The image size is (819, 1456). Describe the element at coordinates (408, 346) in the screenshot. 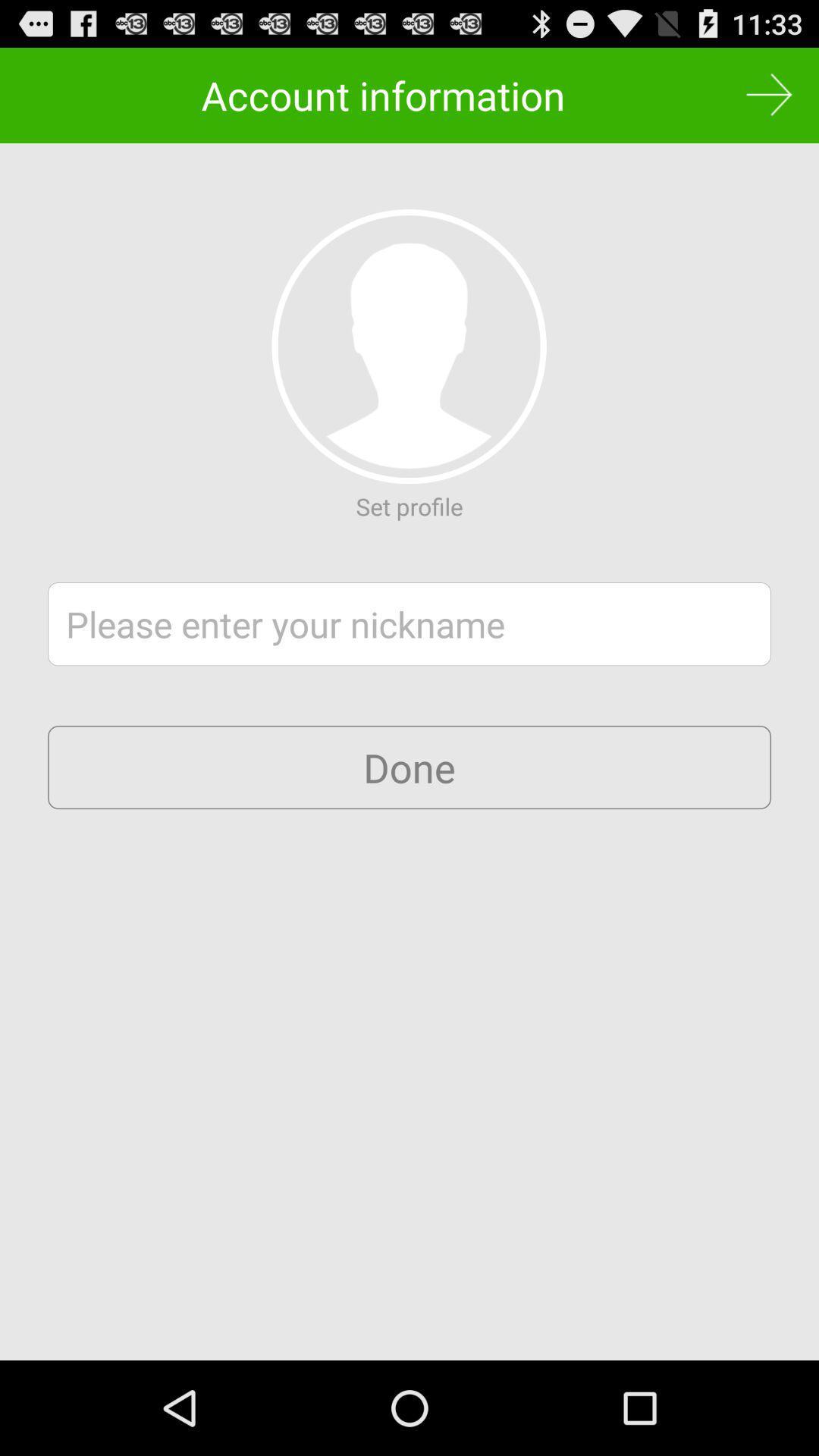

I see `item below account information` at that location.